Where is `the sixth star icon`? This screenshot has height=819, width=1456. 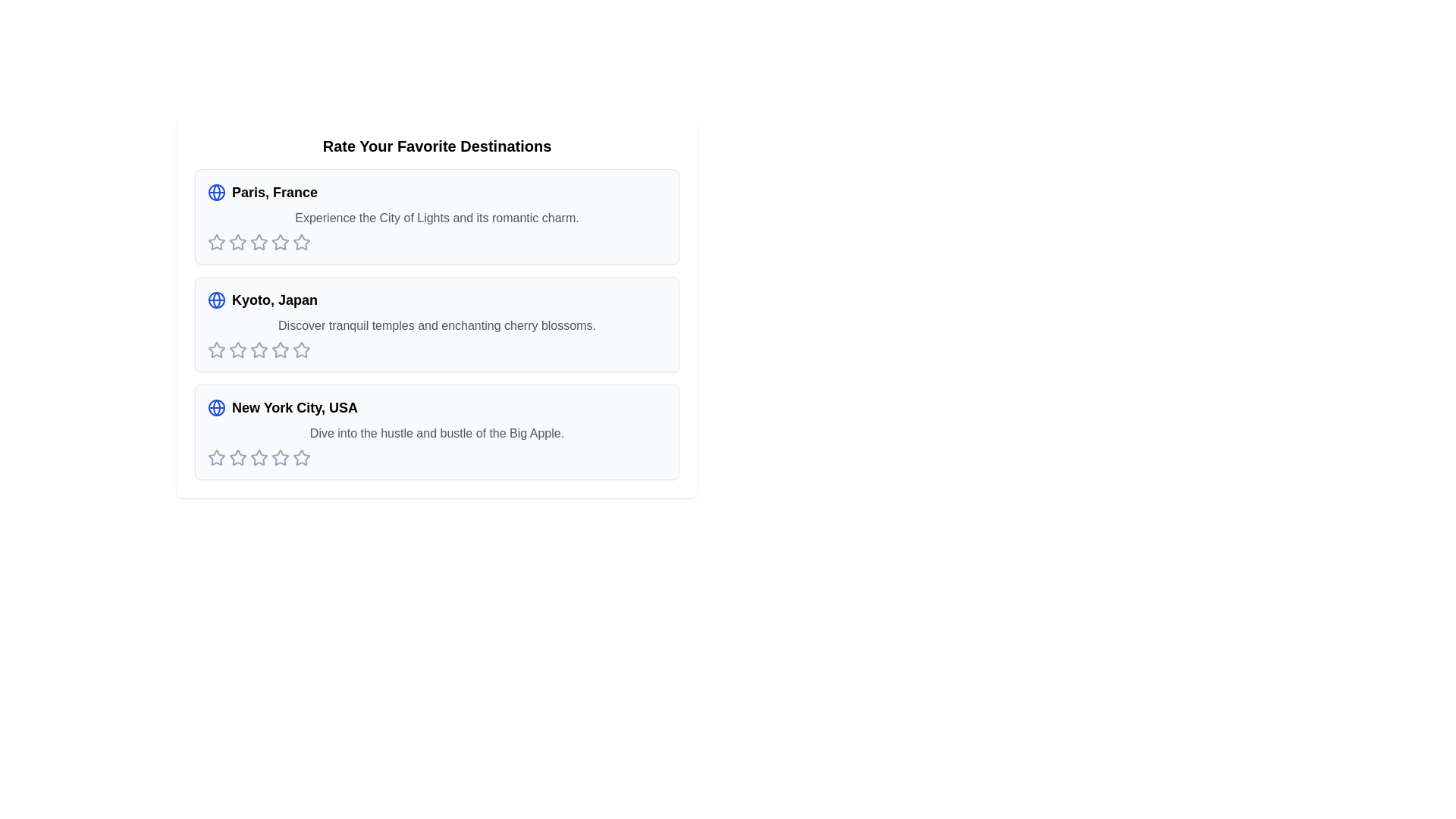
the sixth star icon is located at coordinates (280, 242).